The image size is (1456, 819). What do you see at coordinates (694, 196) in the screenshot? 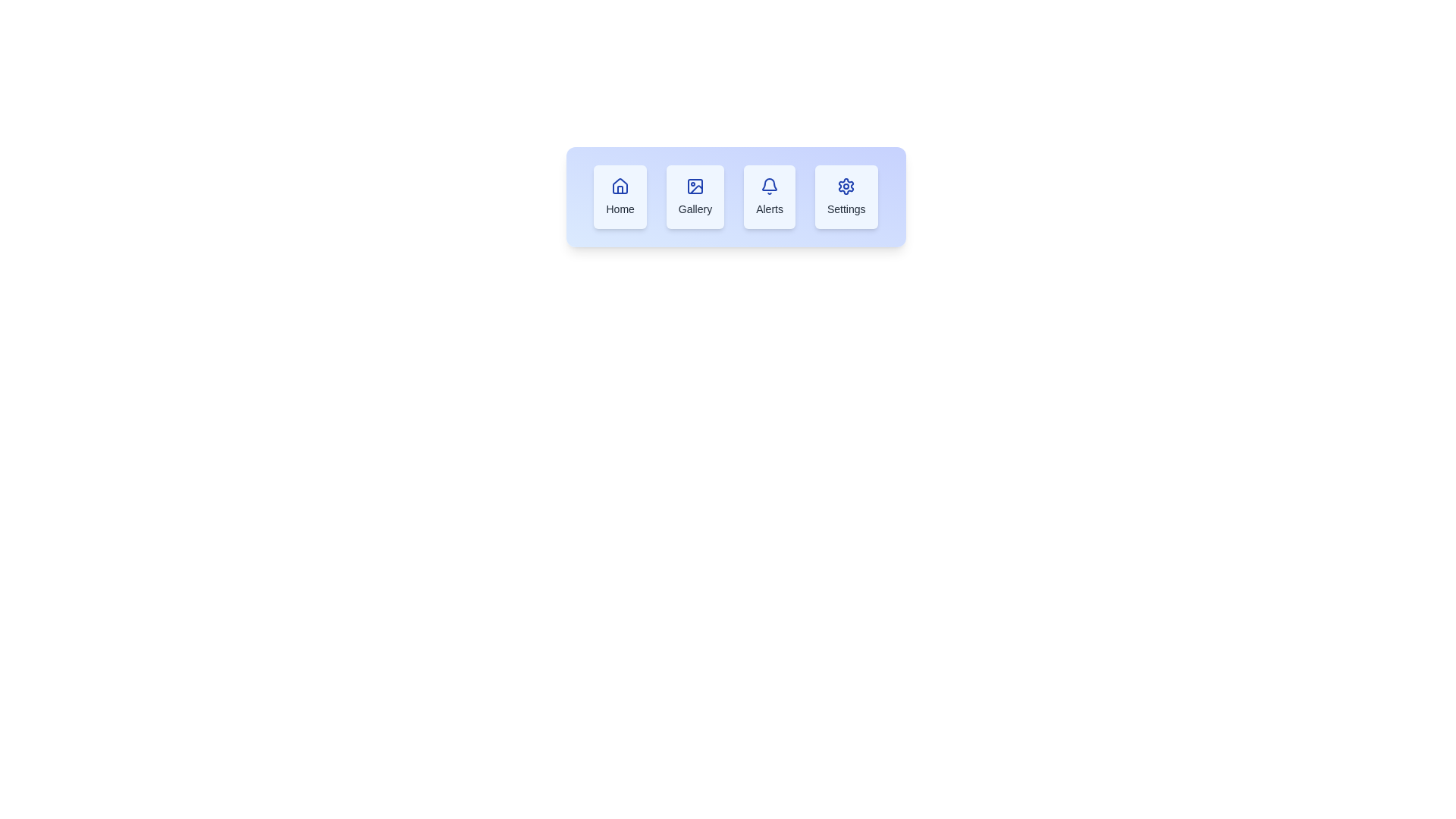
I see `the second button in the horizontal row of buttons` at bounding box center [694, 196].